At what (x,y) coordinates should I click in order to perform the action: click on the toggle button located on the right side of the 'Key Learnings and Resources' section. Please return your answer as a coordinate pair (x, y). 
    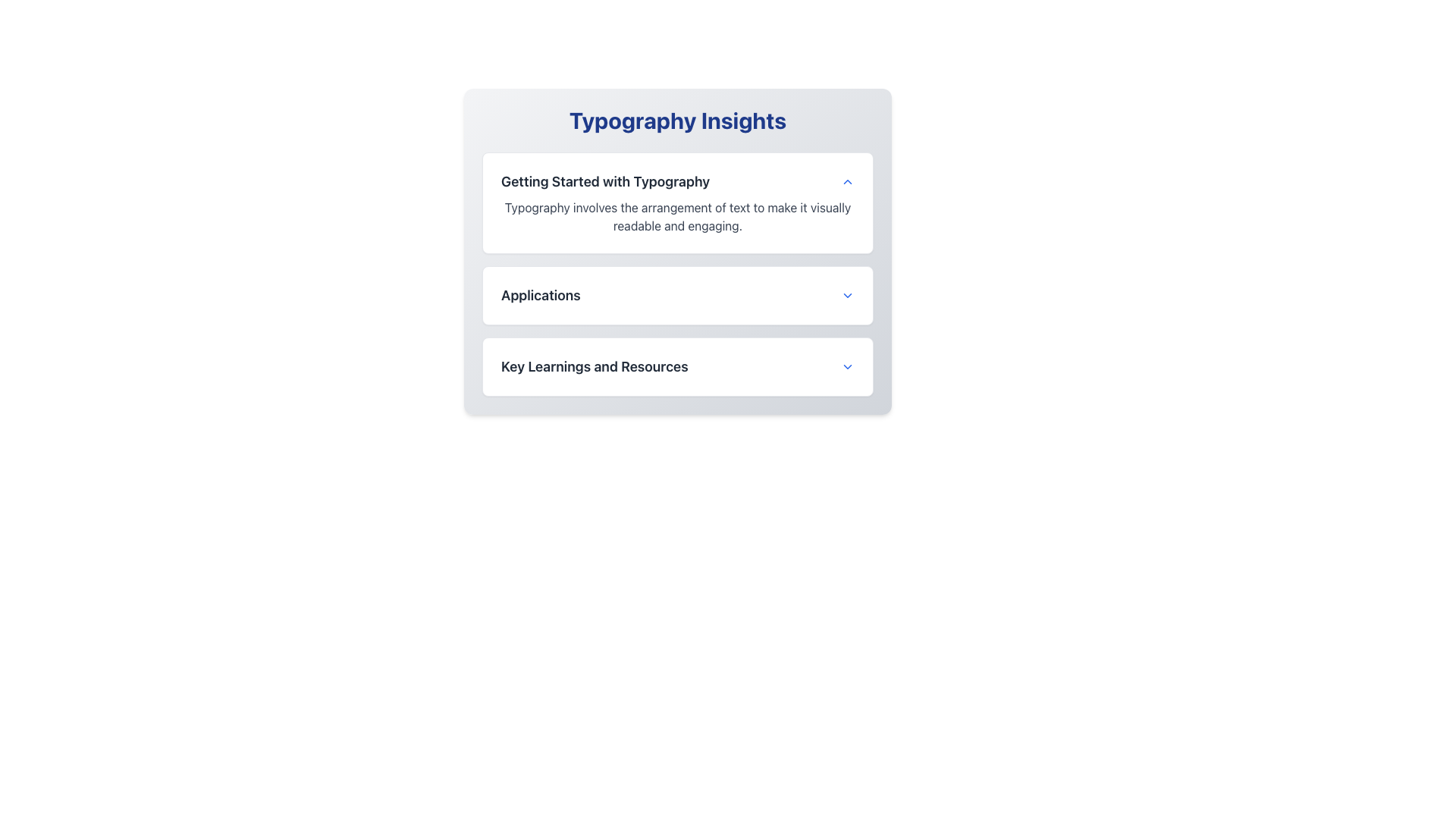
    Looking at the image, I should click on (847, 366).